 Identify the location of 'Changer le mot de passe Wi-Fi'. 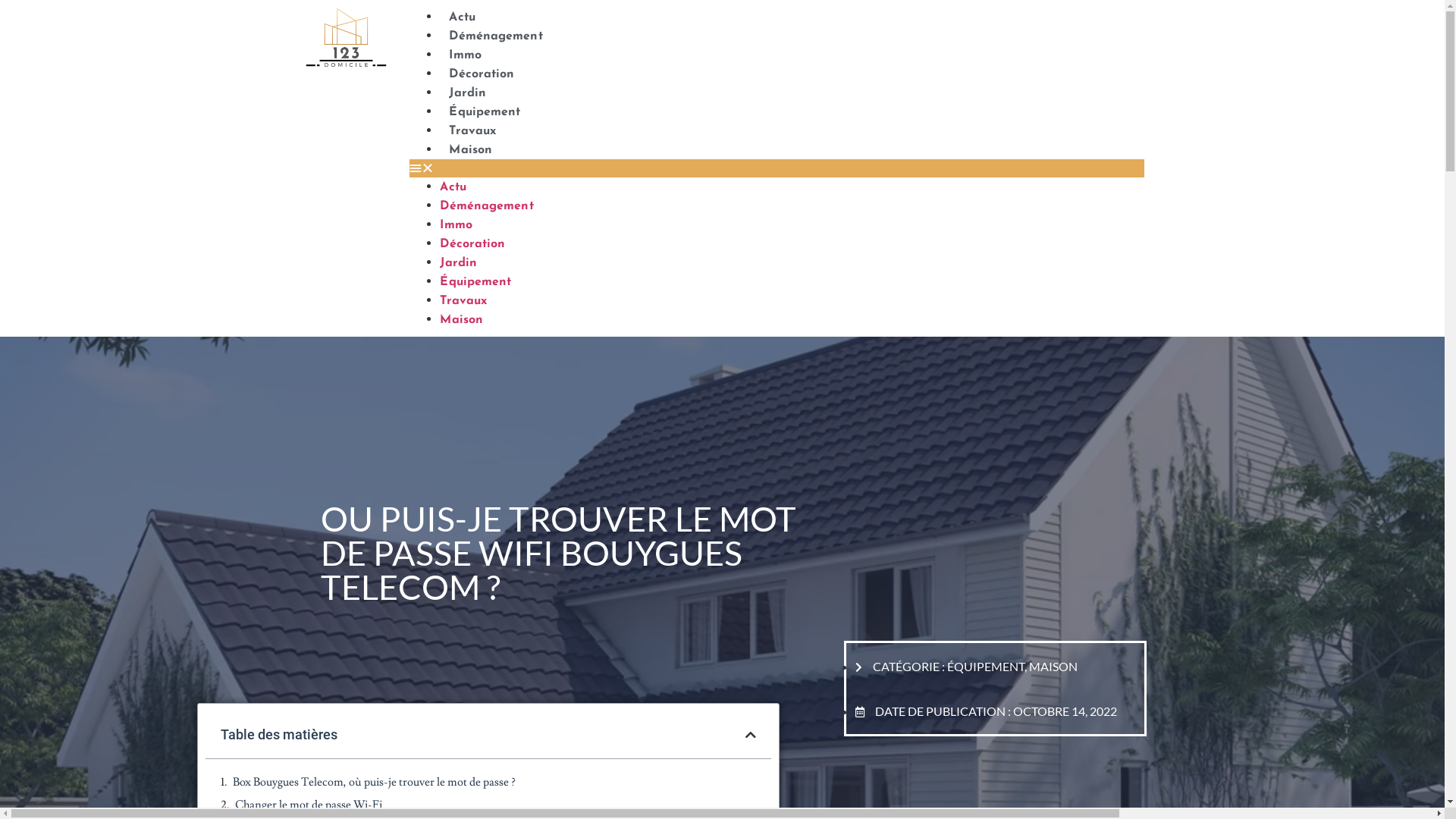
(308, 805).